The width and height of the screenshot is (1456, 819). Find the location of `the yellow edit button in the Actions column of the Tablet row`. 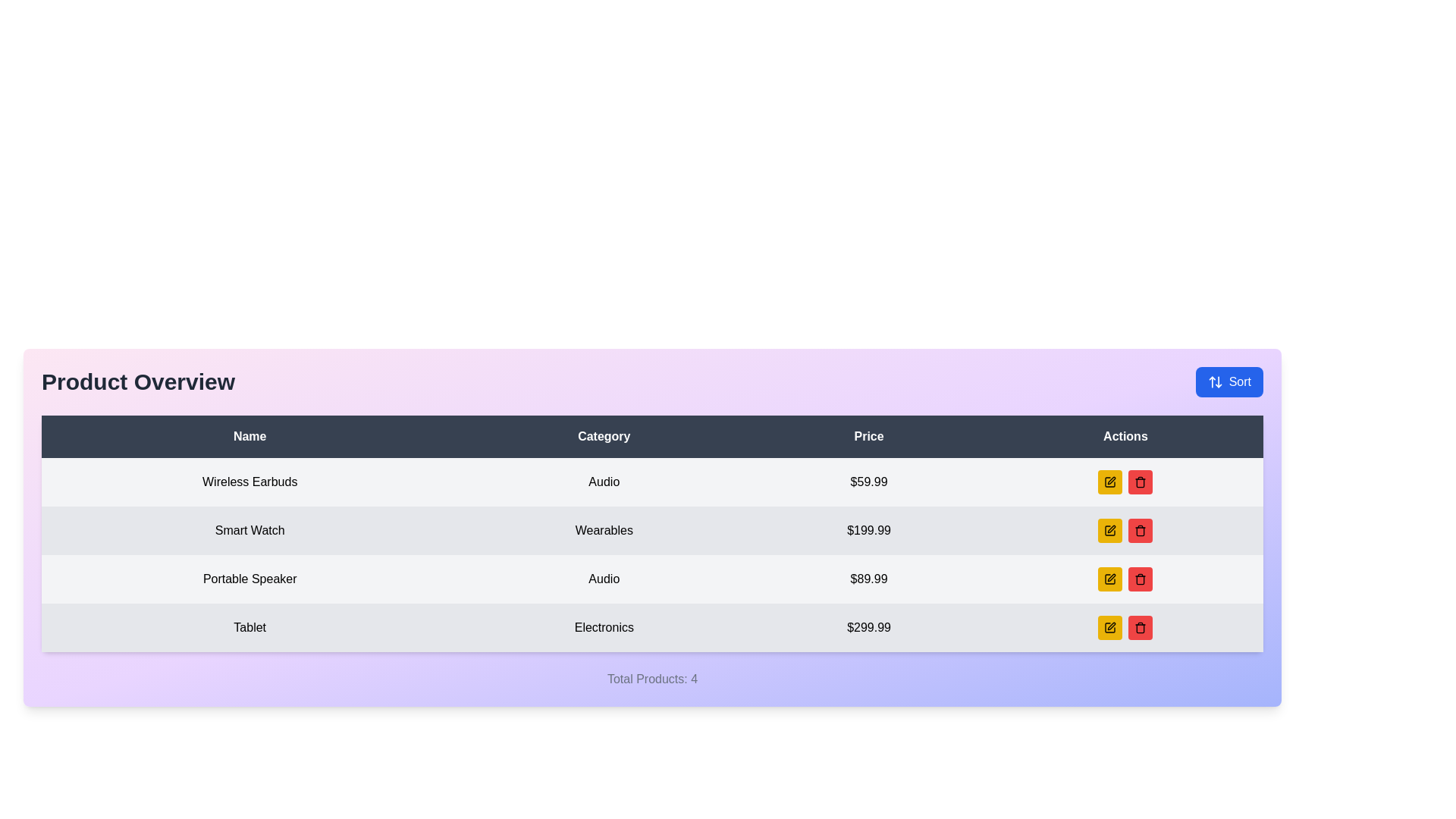

the yellow edit button in the Actions column of the Tablet row is located at coordinates (1125, 628).